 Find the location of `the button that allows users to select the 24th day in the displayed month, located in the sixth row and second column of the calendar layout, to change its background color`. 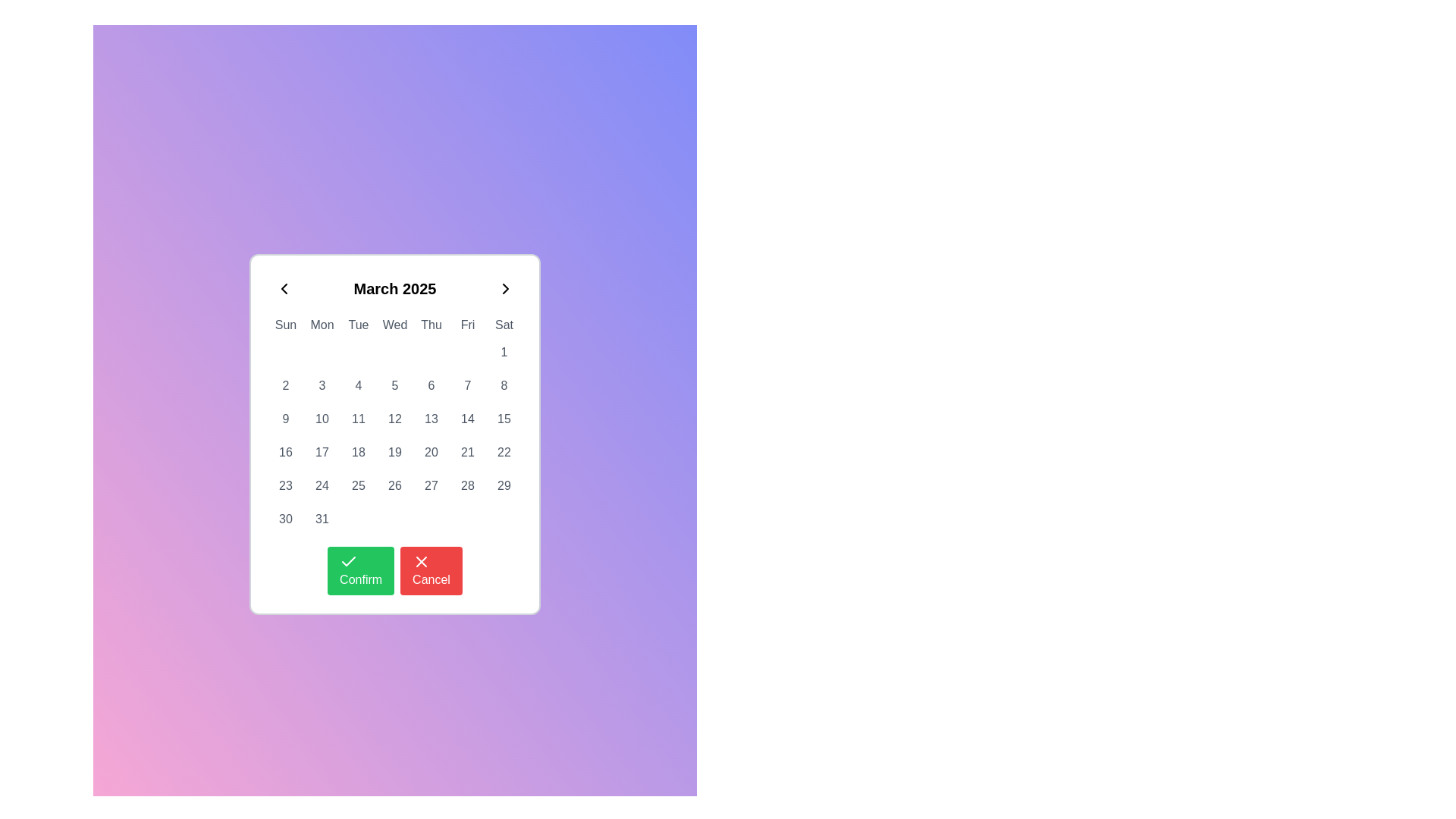

the button that allows users to select the 24th day in the displayed month, located in the sixth row and second column of the calendar layout, to change its background color is located at coordinates (322, 485).